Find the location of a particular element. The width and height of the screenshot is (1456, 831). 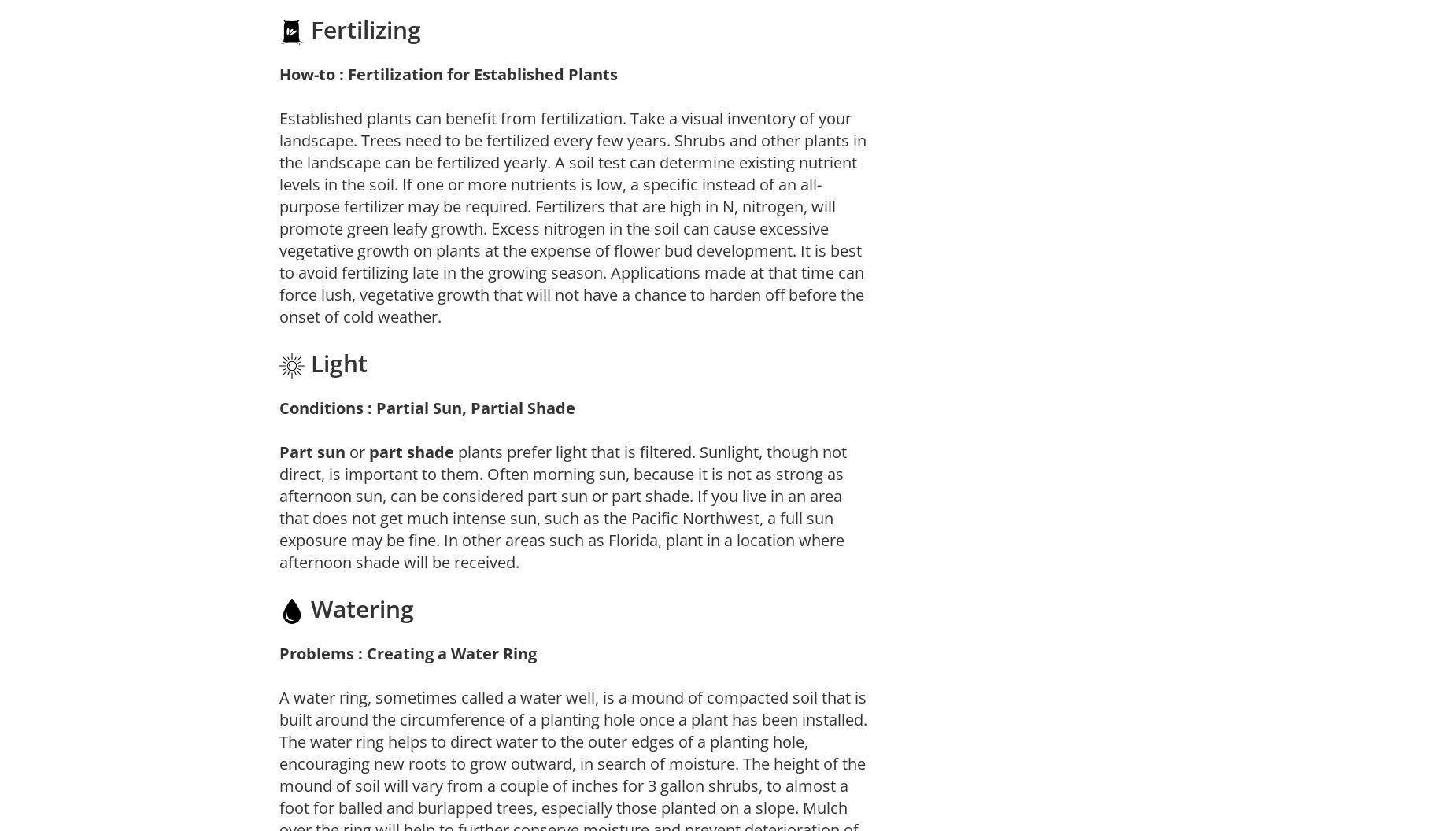

'Part sun' is located at coordinates (312, 451).